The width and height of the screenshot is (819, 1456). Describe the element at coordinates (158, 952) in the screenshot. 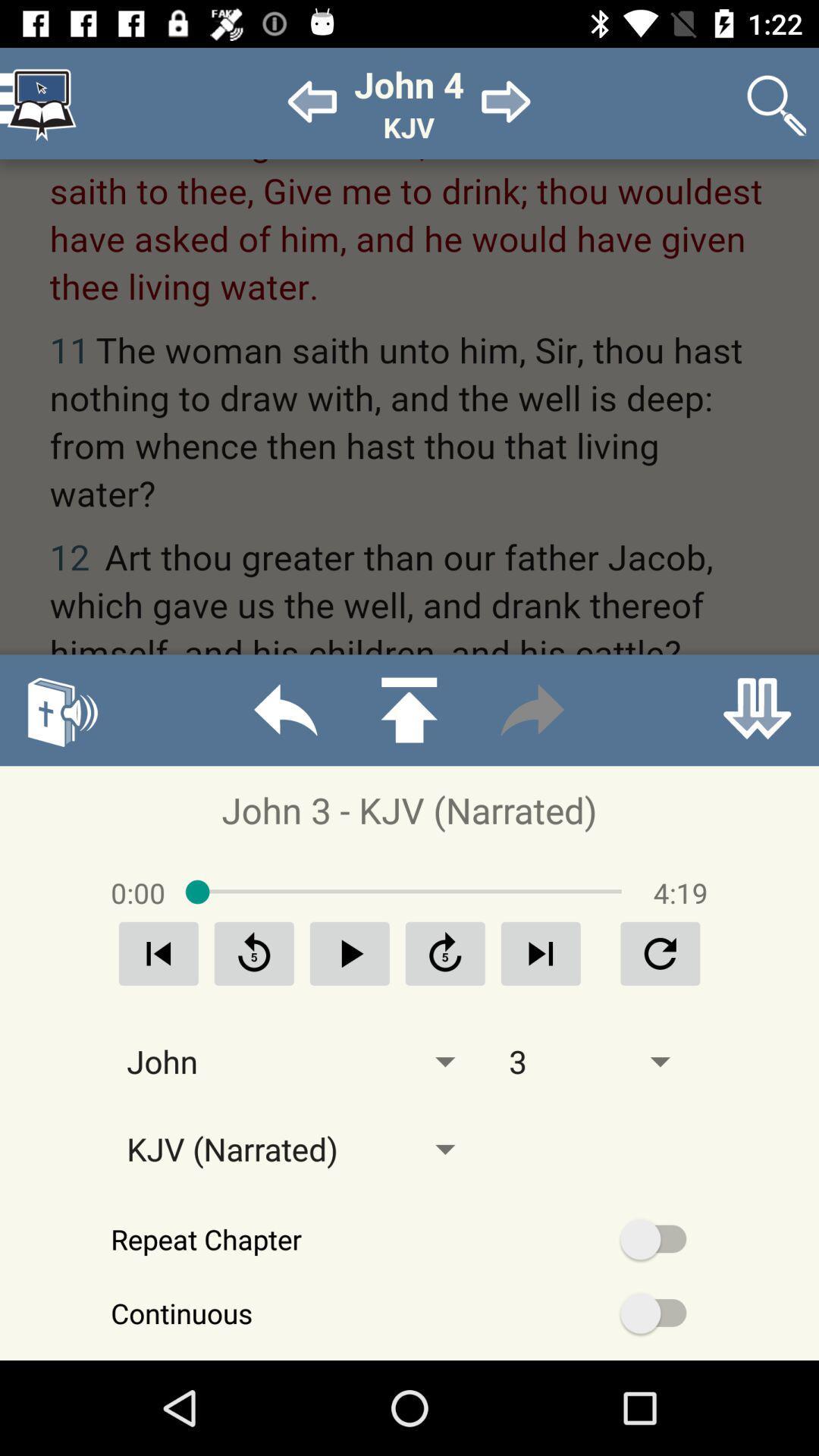

I see `previous` at that location.